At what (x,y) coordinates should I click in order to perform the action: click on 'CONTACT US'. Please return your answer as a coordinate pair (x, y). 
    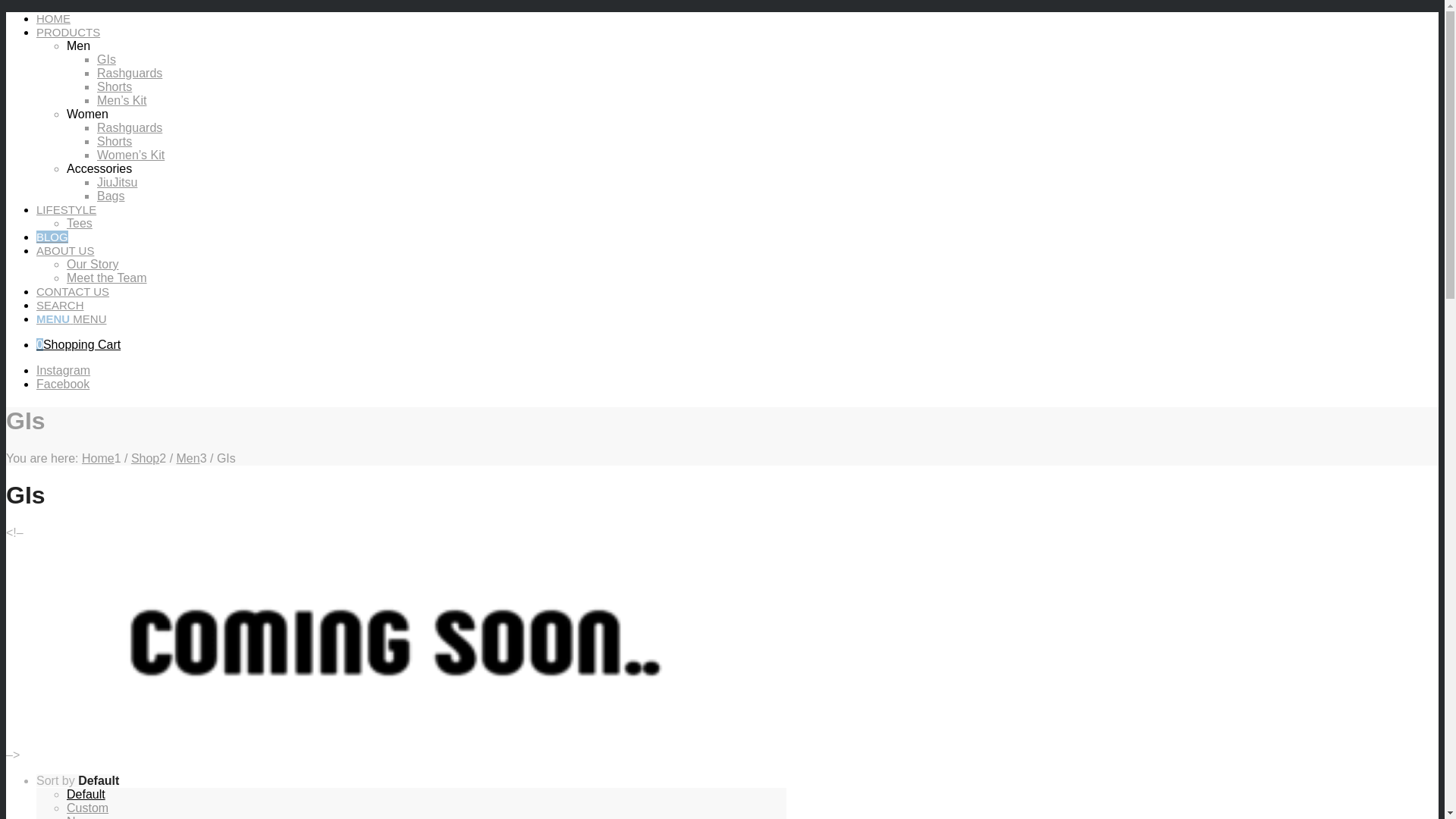
    Looking at the image, I should click on (36, 291).